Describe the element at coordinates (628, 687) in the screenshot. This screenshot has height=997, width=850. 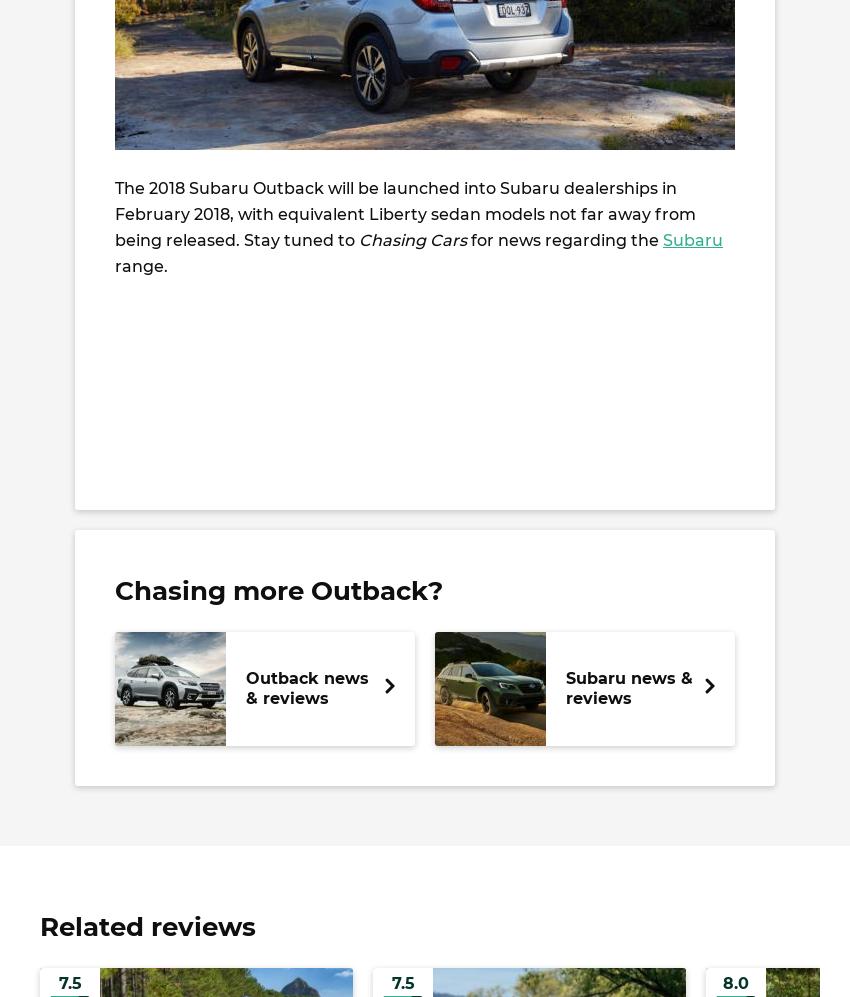
I see `'Subaru news & reviews'` at that location.